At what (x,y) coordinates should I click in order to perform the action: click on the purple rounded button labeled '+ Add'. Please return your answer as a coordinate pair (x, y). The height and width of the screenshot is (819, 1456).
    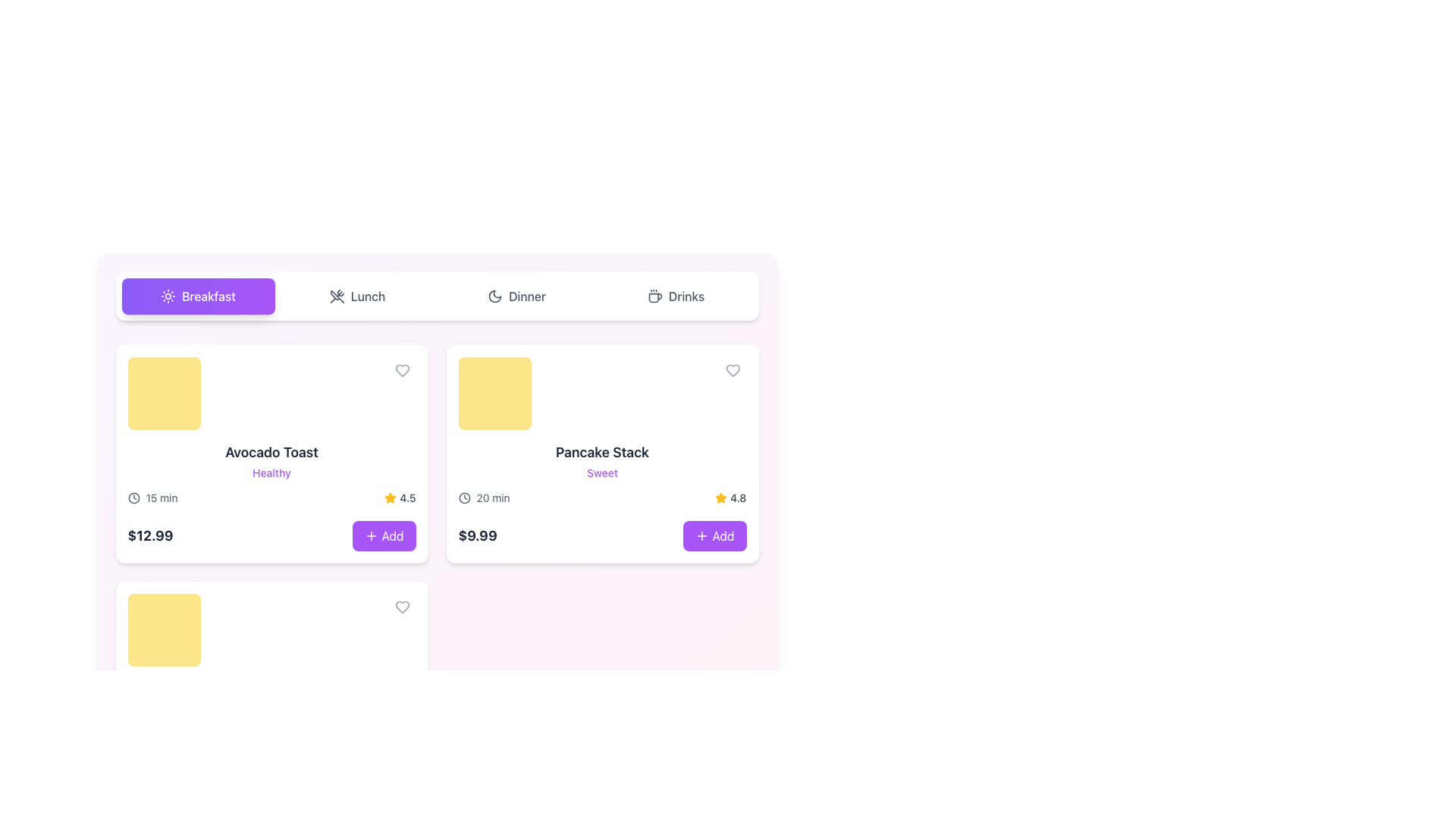
    Looking at the image, I should click on (714, 535).